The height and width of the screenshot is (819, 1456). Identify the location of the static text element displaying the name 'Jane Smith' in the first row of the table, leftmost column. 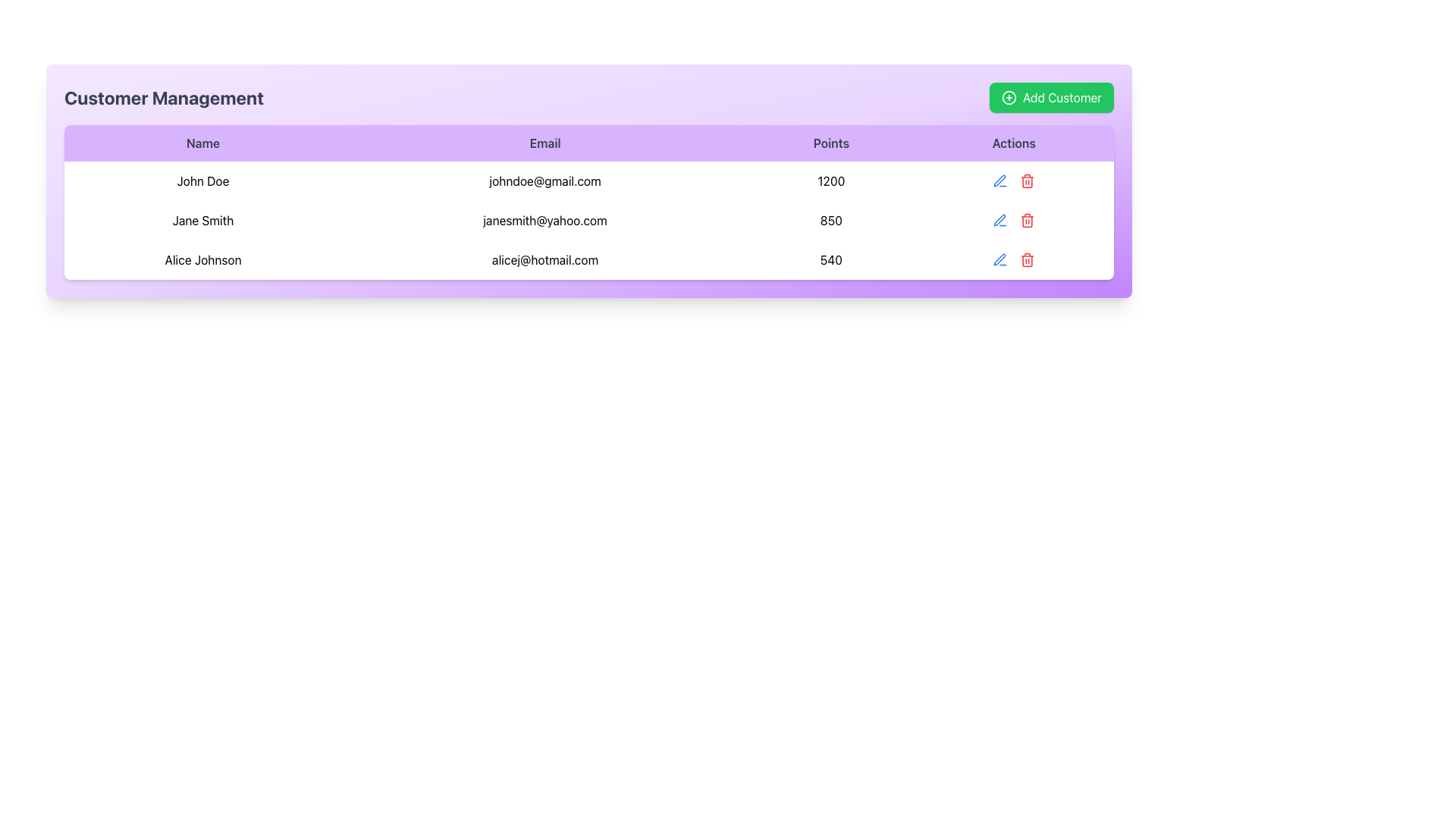
(202, 220).